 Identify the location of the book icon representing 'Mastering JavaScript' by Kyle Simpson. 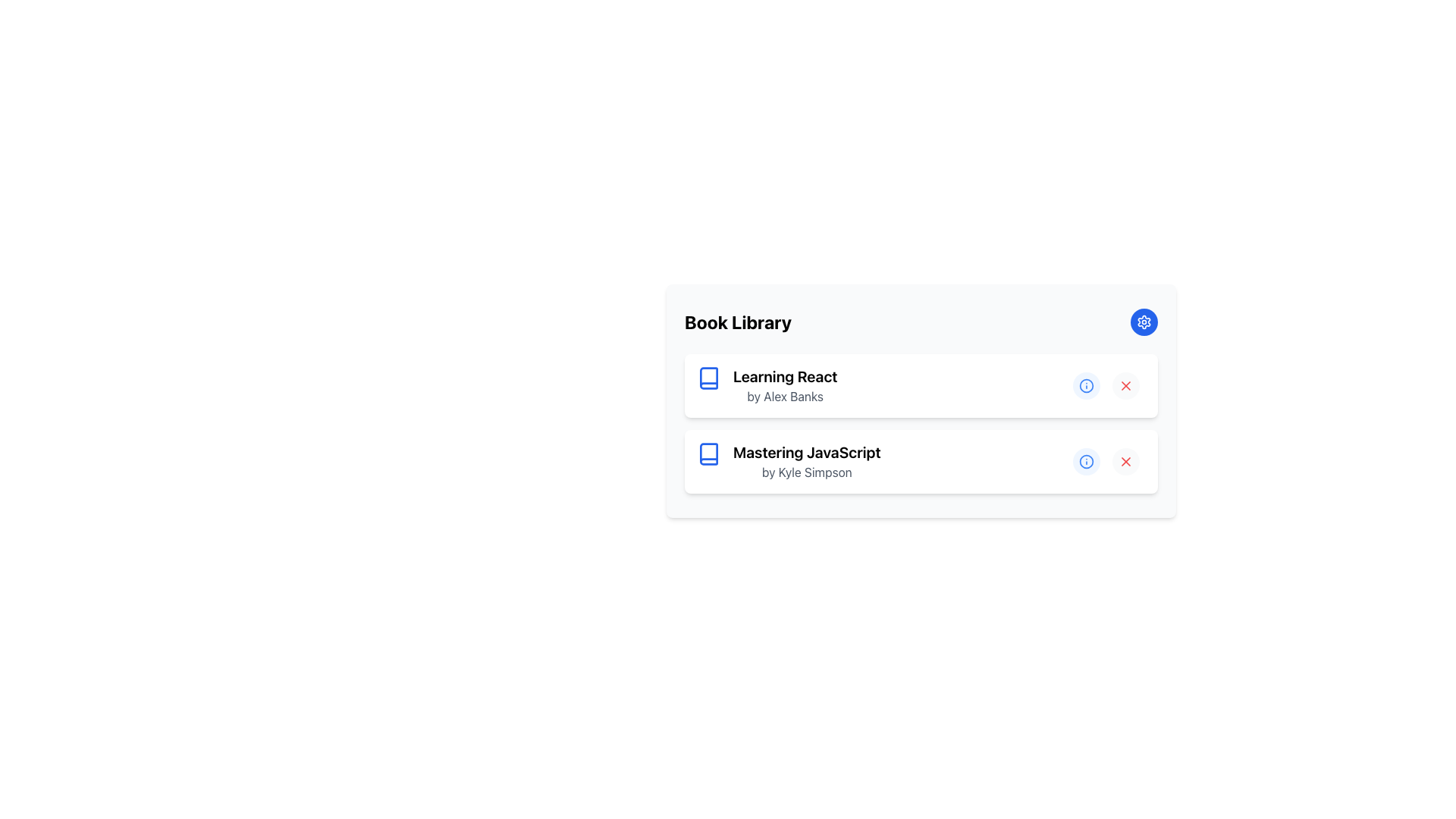
(708, 453).